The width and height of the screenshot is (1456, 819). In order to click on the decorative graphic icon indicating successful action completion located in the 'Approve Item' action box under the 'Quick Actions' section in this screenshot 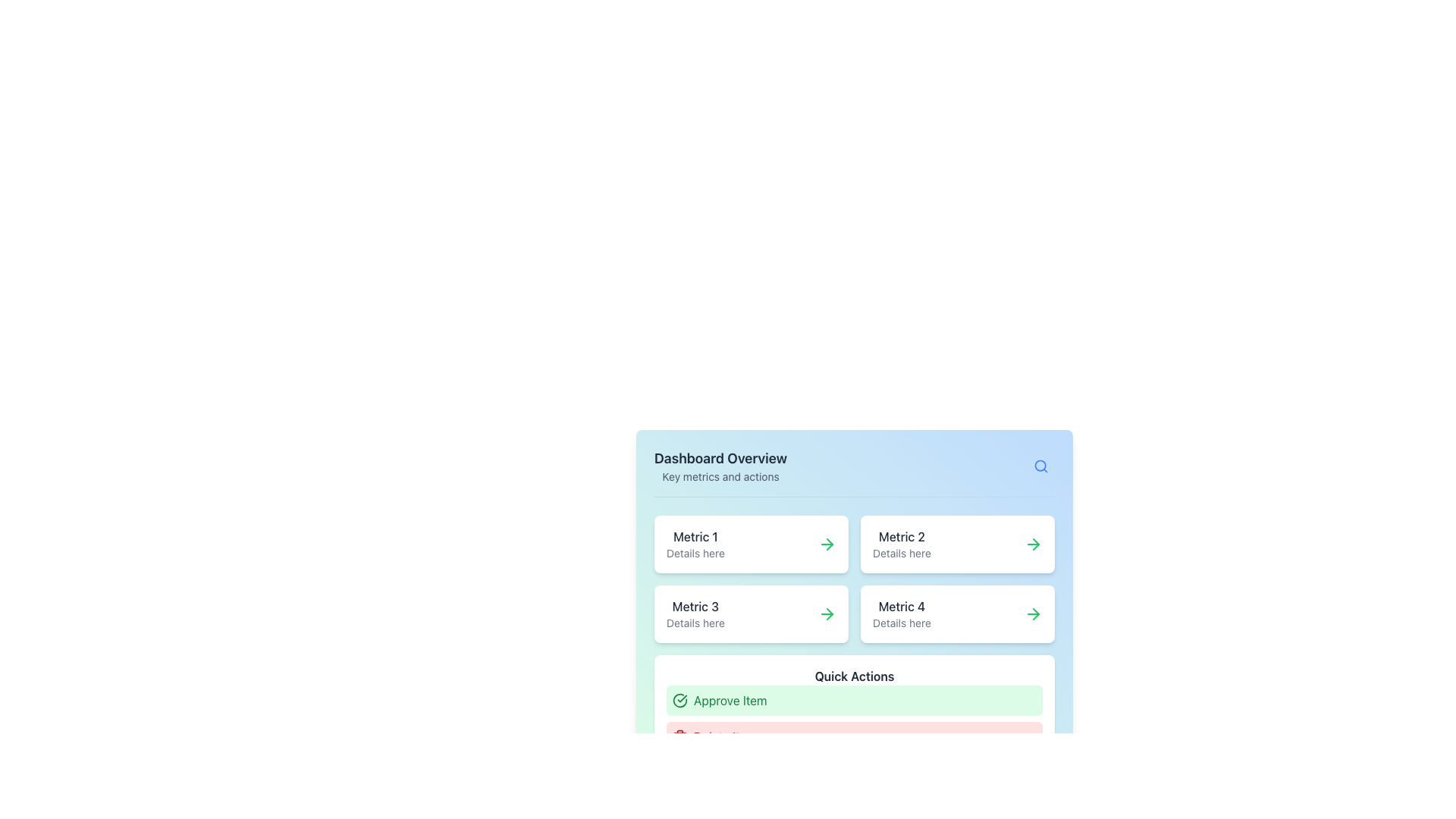, I will do `click(679, 701)`.